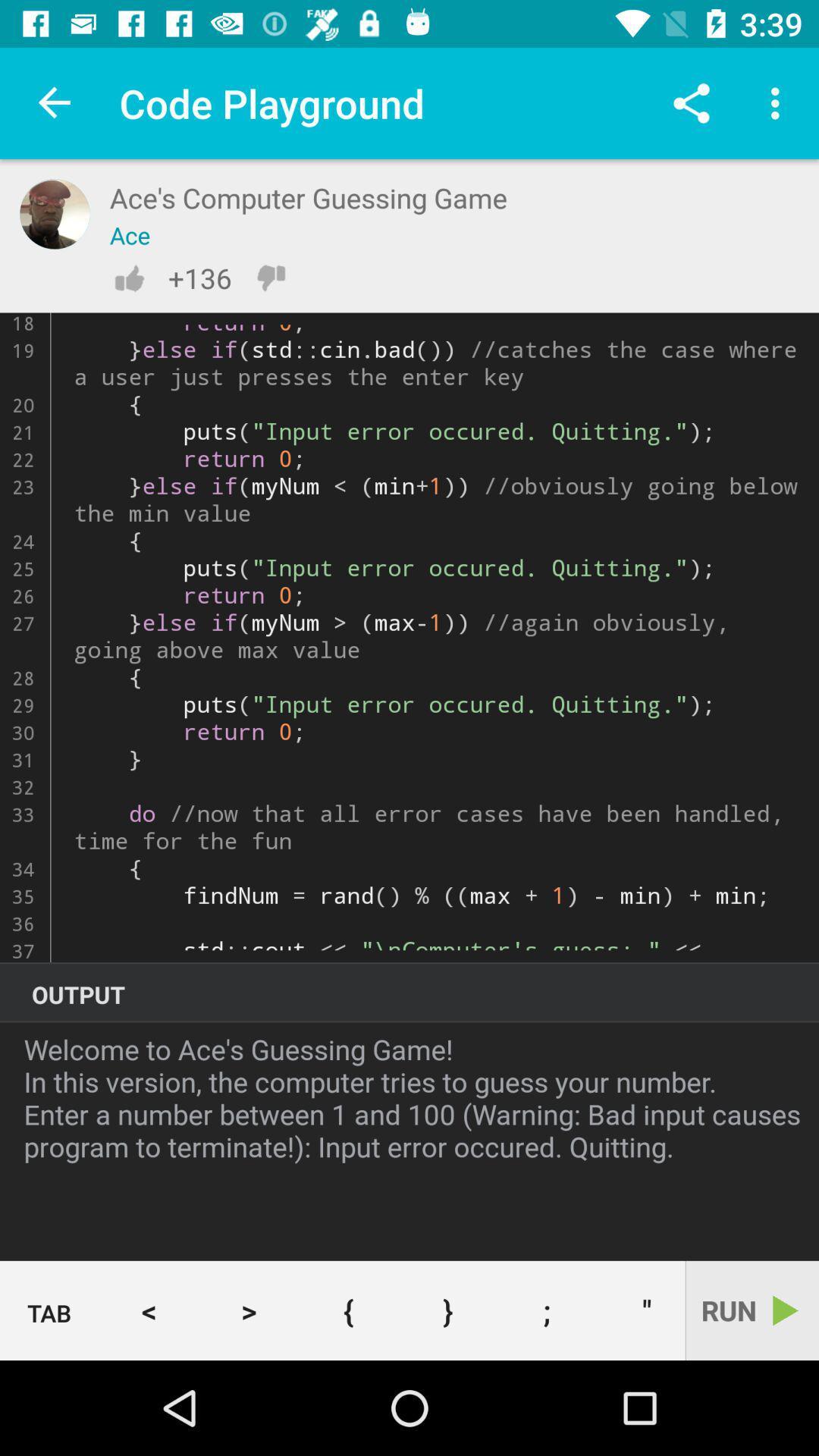  What do you see at coordinates (128, 278) in the screenshot?
I see `like button` at bounding box center [128, 278].